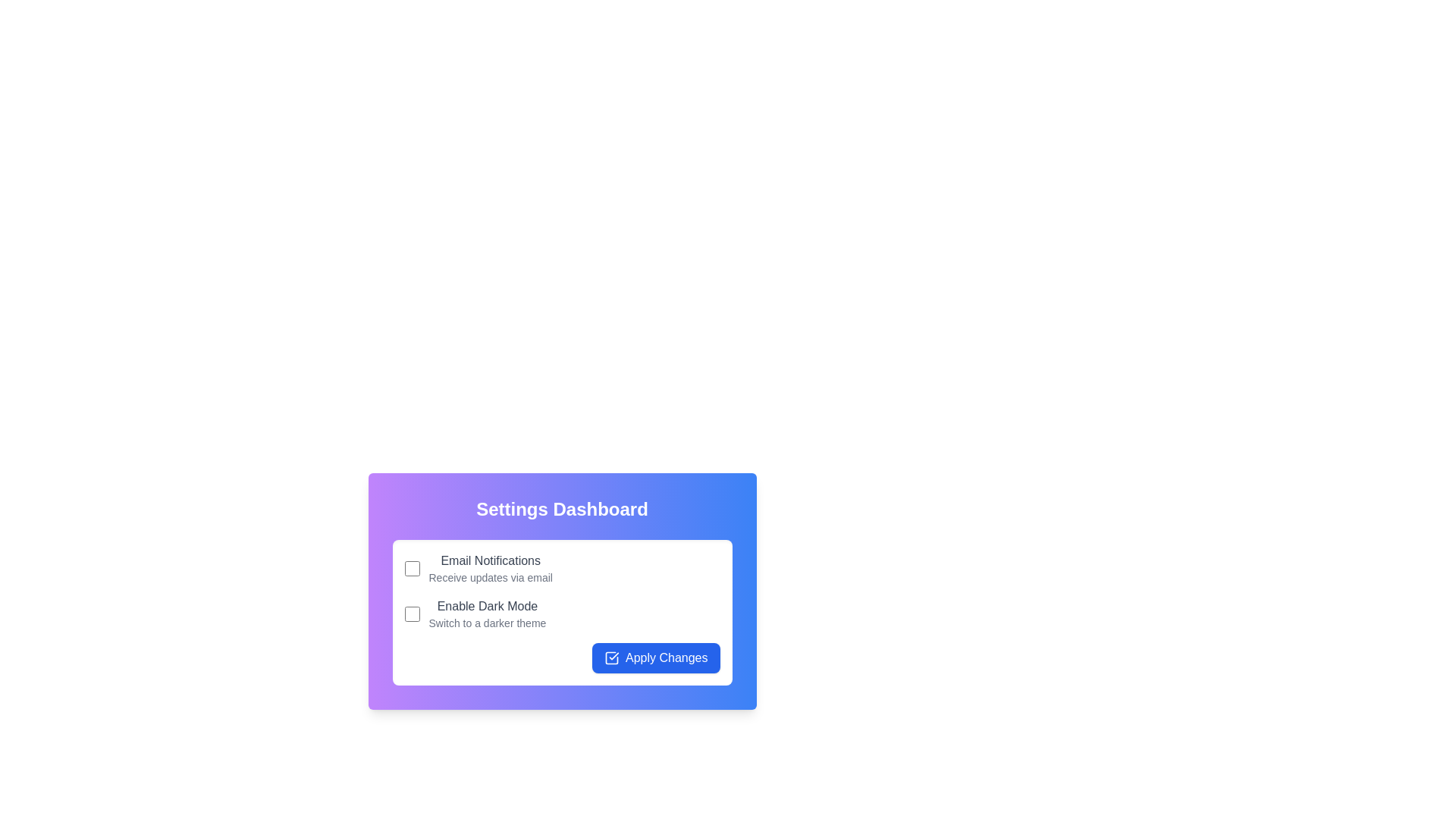 This screenshot has height=819, width=1456. What do you see at coordinates (491, 568) in the screenshot?
I see `the 'Email Notifications' label, which includes the heading styled with medium font weight and a subtitle in lighter gray font, located within the settings panel dialog` at bounding box center [491, 568].